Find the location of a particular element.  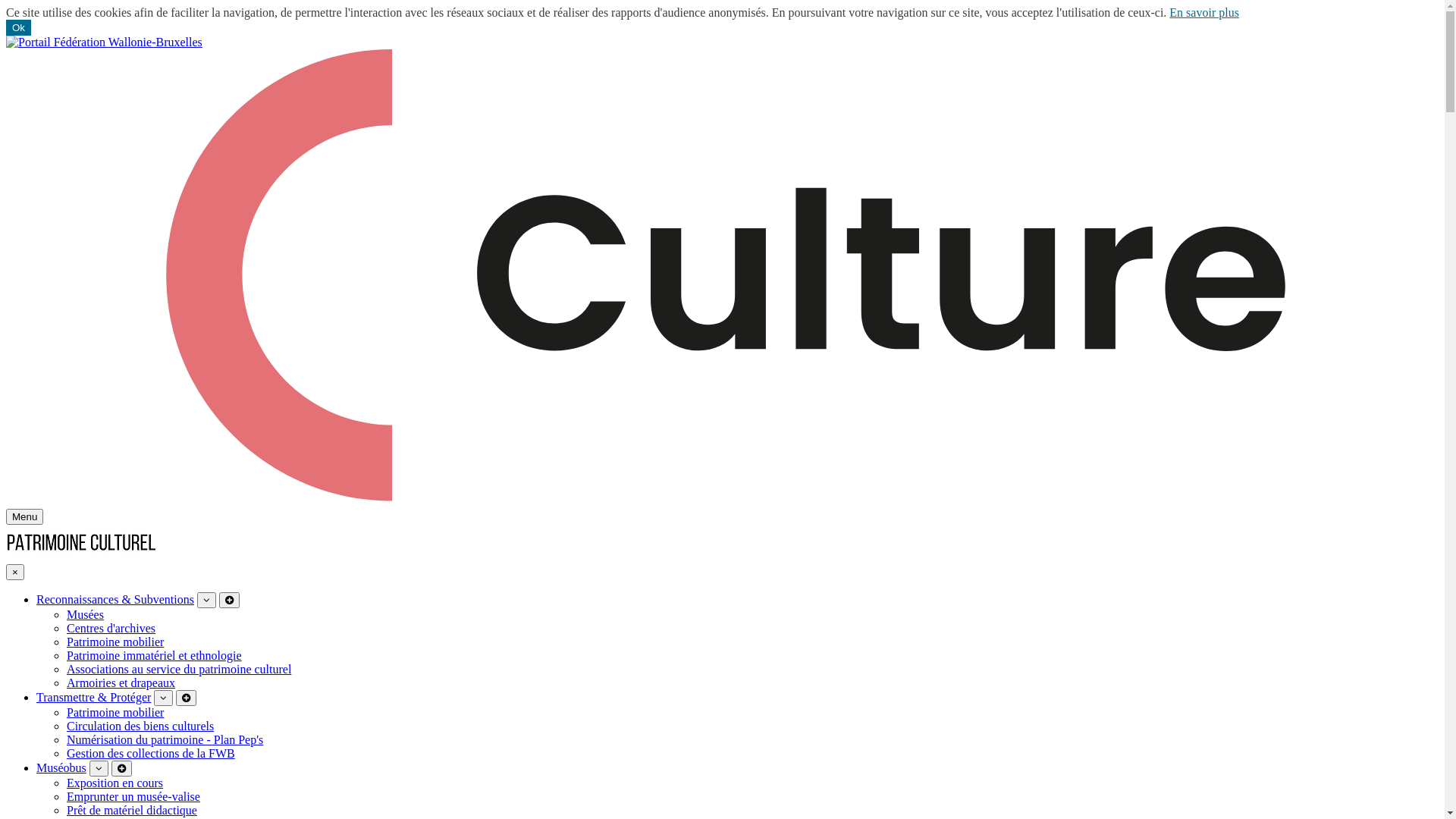

'Ok' is located at coordinates (18, 27).